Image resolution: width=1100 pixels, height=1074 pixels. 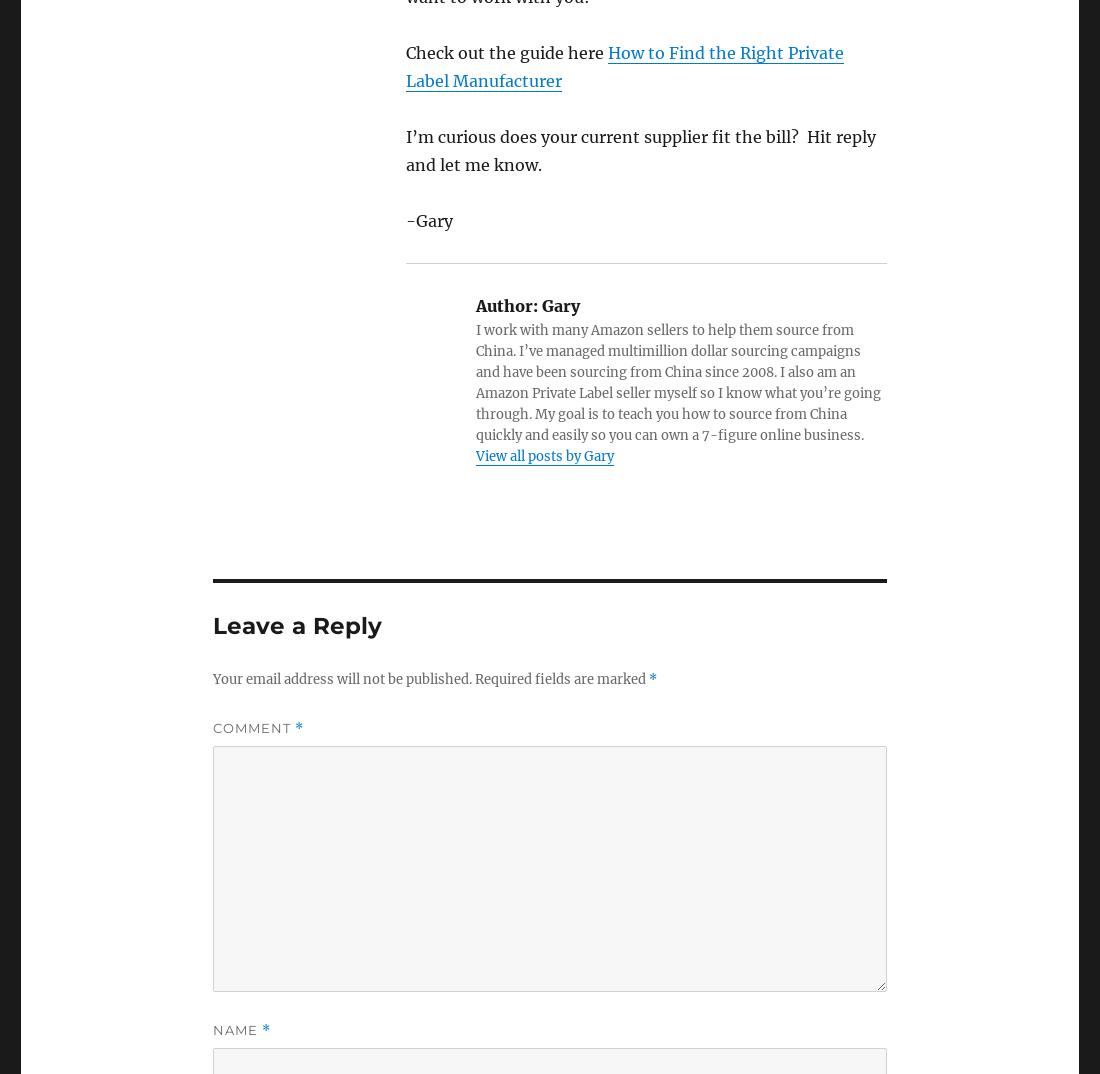 What do you see at coordinates (212, 726) in the screenshot?
I see `'Comment'` at bounding box center [212, 726].